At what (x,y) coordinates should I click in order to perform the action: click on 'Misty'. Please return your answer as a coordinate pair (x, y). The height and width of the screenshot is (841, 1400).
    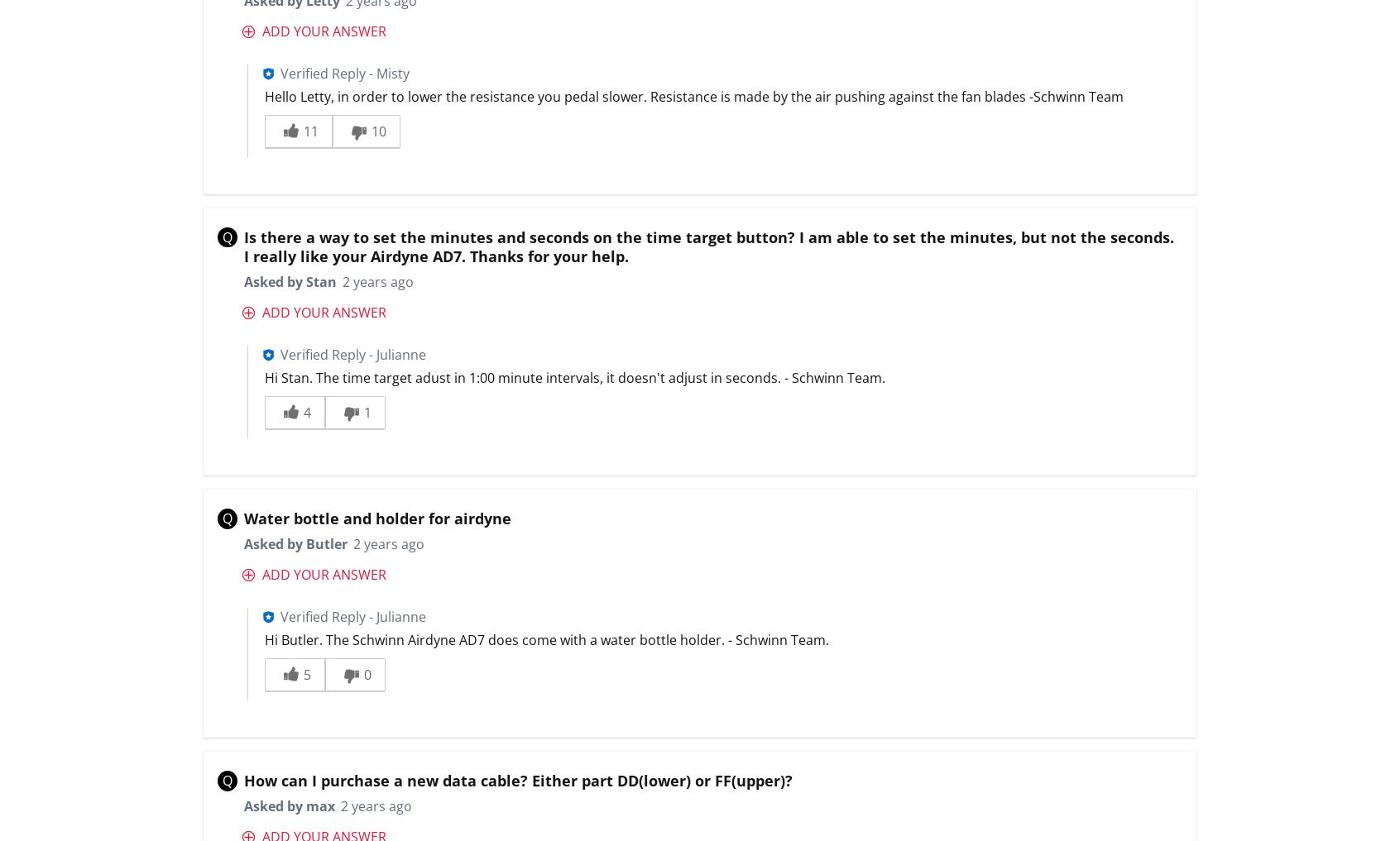
    Looking at the image, I should click on (391, 72).